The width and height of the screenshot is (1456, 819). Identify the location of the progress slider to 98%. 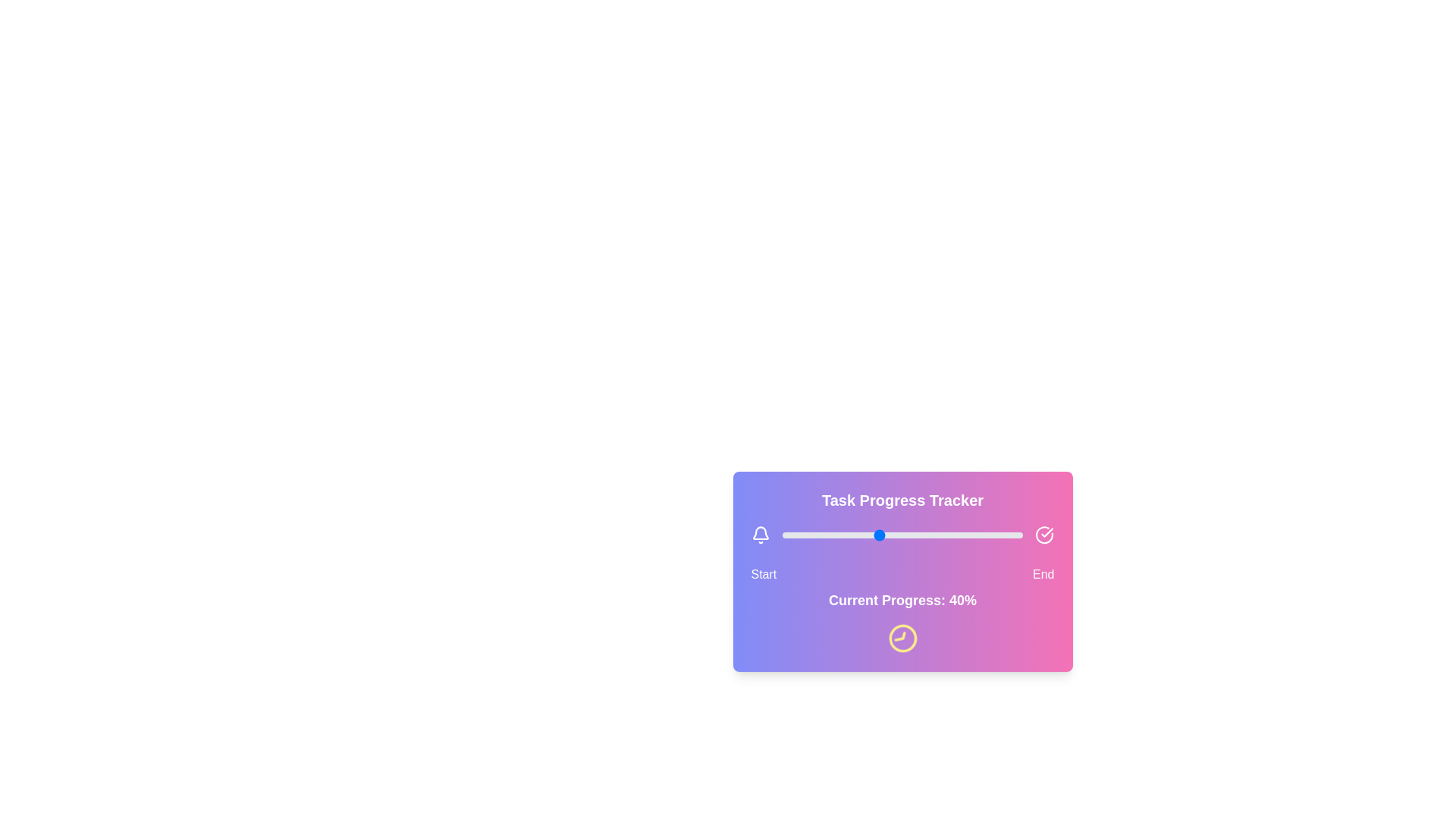
(1018, 534).